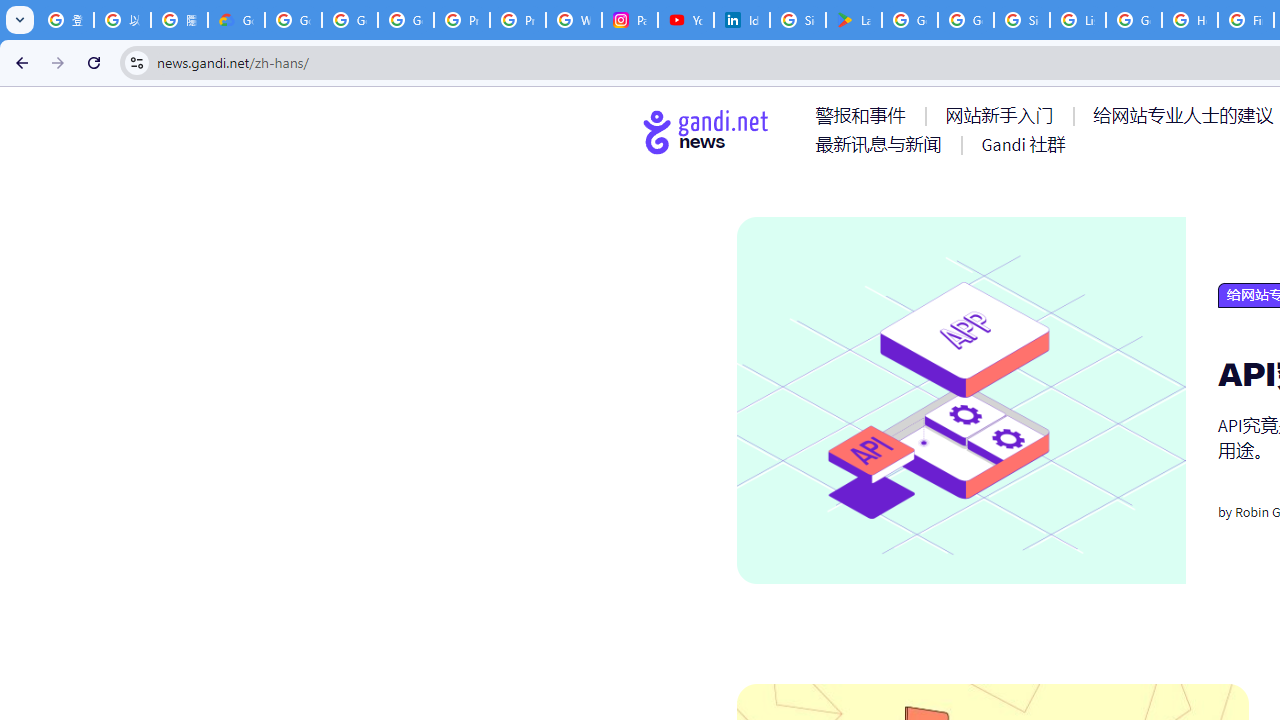 The image size is (1280, 720). Describe the element at coordinates (1023, 143) in the screenshot. I see `'AutomationID: menu-item-77767'` at that location.